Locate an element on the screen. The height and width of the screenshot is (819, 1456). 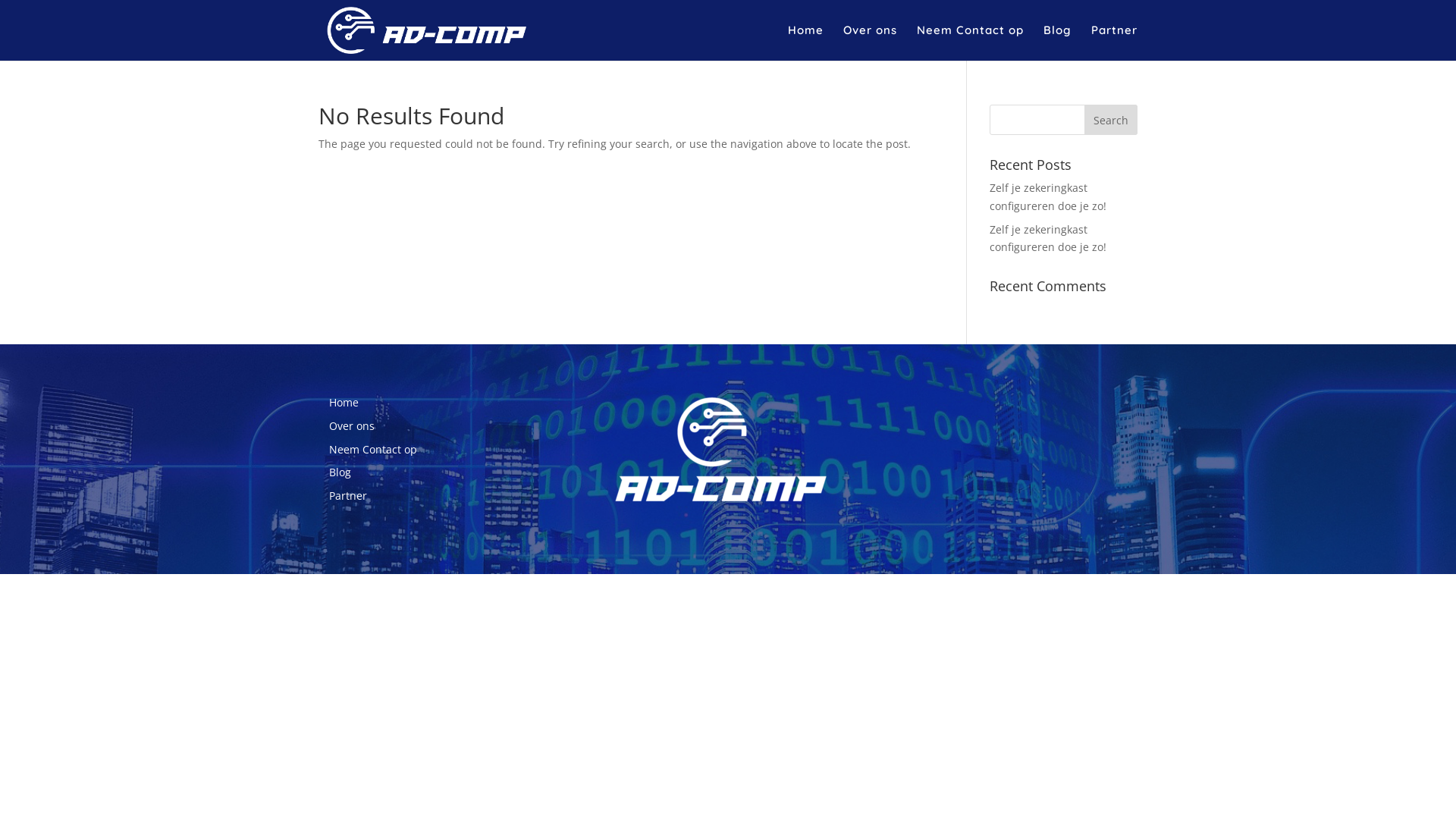
'Blog' is located at coordinates (339, 471).